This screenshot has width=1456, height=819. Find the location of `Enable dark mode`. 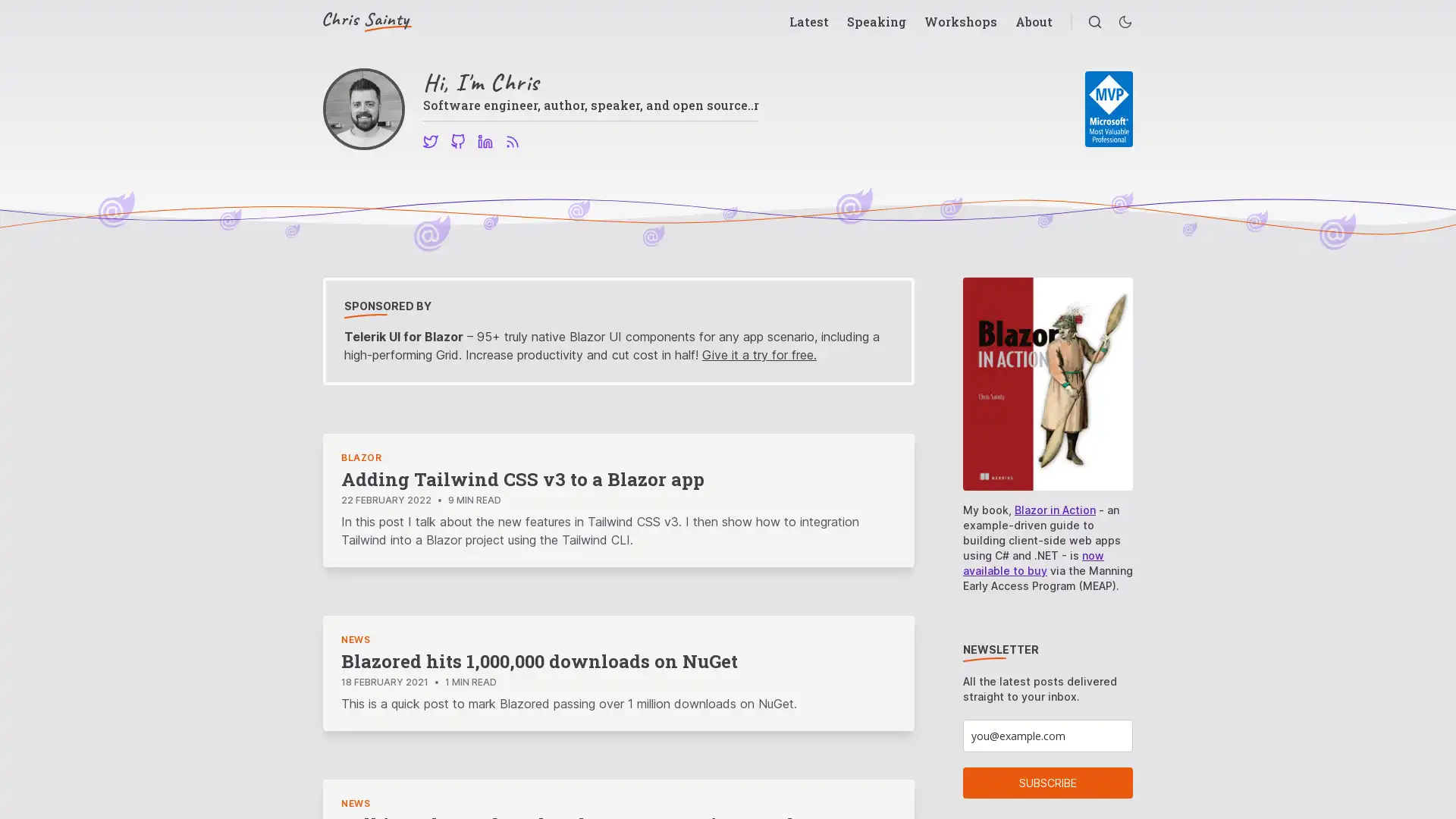

Enable dark mode is located at coordinates (1125, 22).